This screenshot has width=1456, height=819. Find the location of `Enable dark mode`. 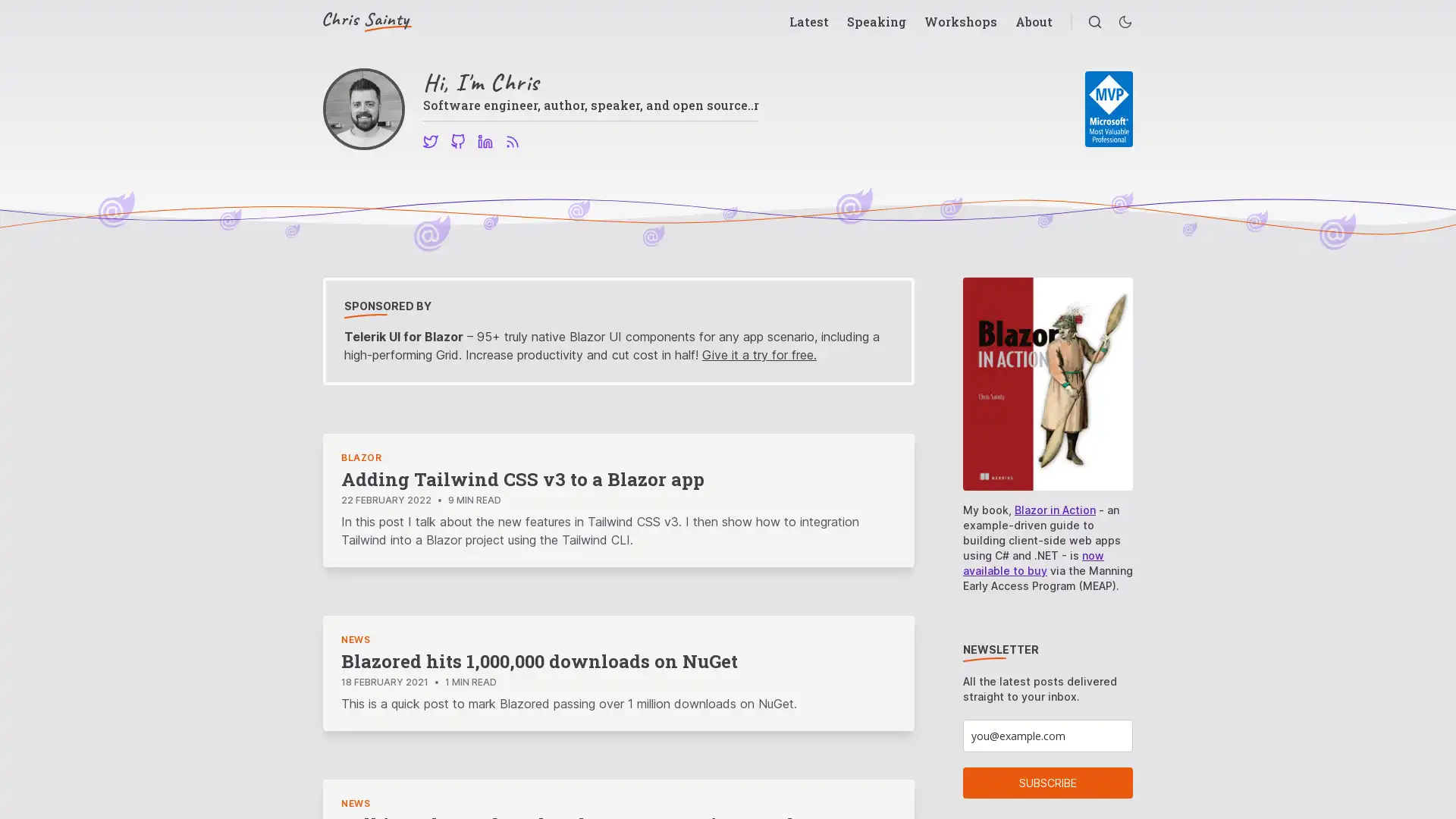

Enable dark mode is located at coordinates (1125, 22).